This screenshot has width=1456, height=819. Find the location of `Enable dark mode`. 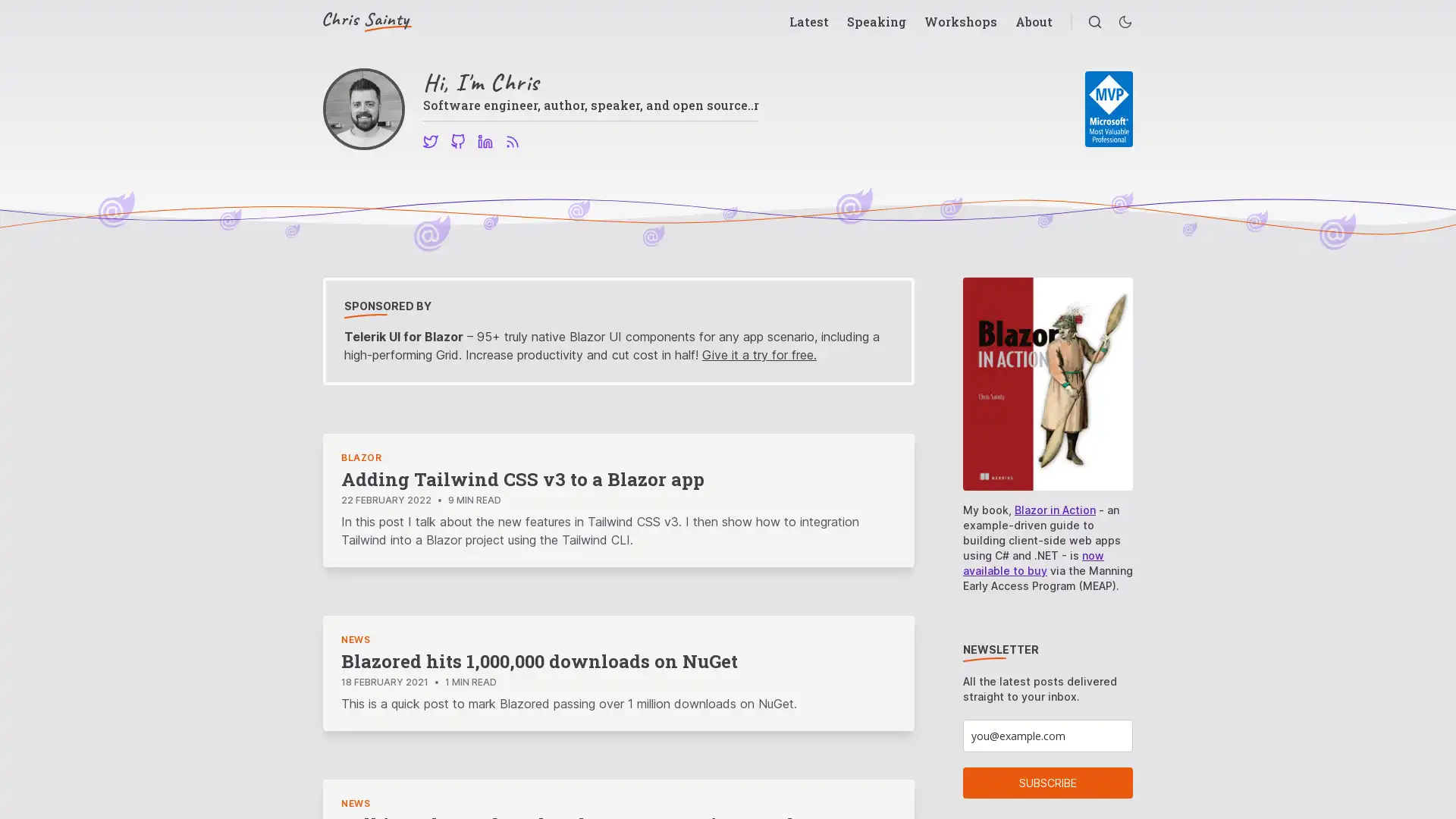

Enable dark mode is located at coordinates (1125, 22).